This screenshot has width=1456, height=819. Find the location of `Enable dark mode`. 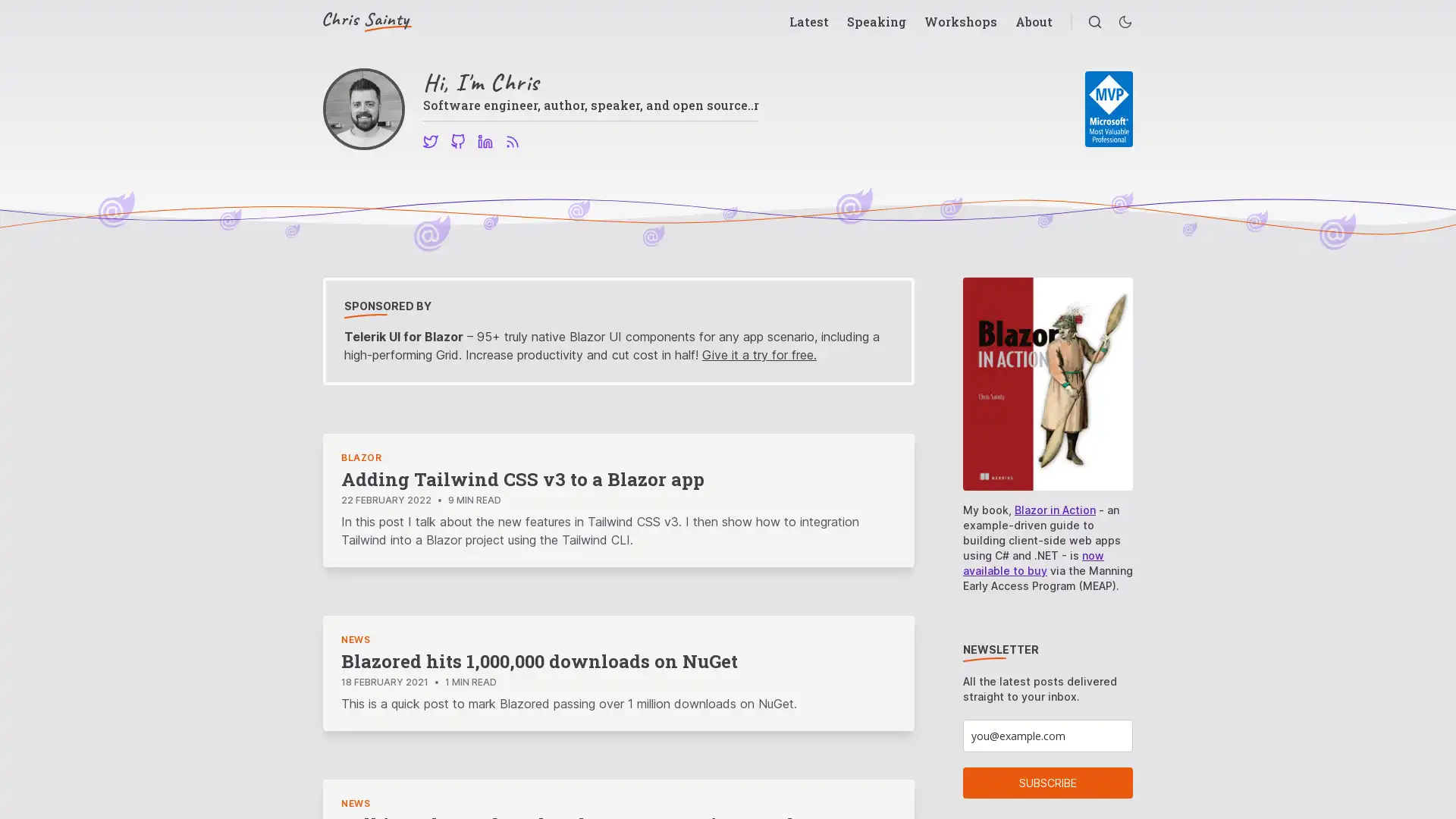

Enable dark mode is located at coordinates (1125, 22).